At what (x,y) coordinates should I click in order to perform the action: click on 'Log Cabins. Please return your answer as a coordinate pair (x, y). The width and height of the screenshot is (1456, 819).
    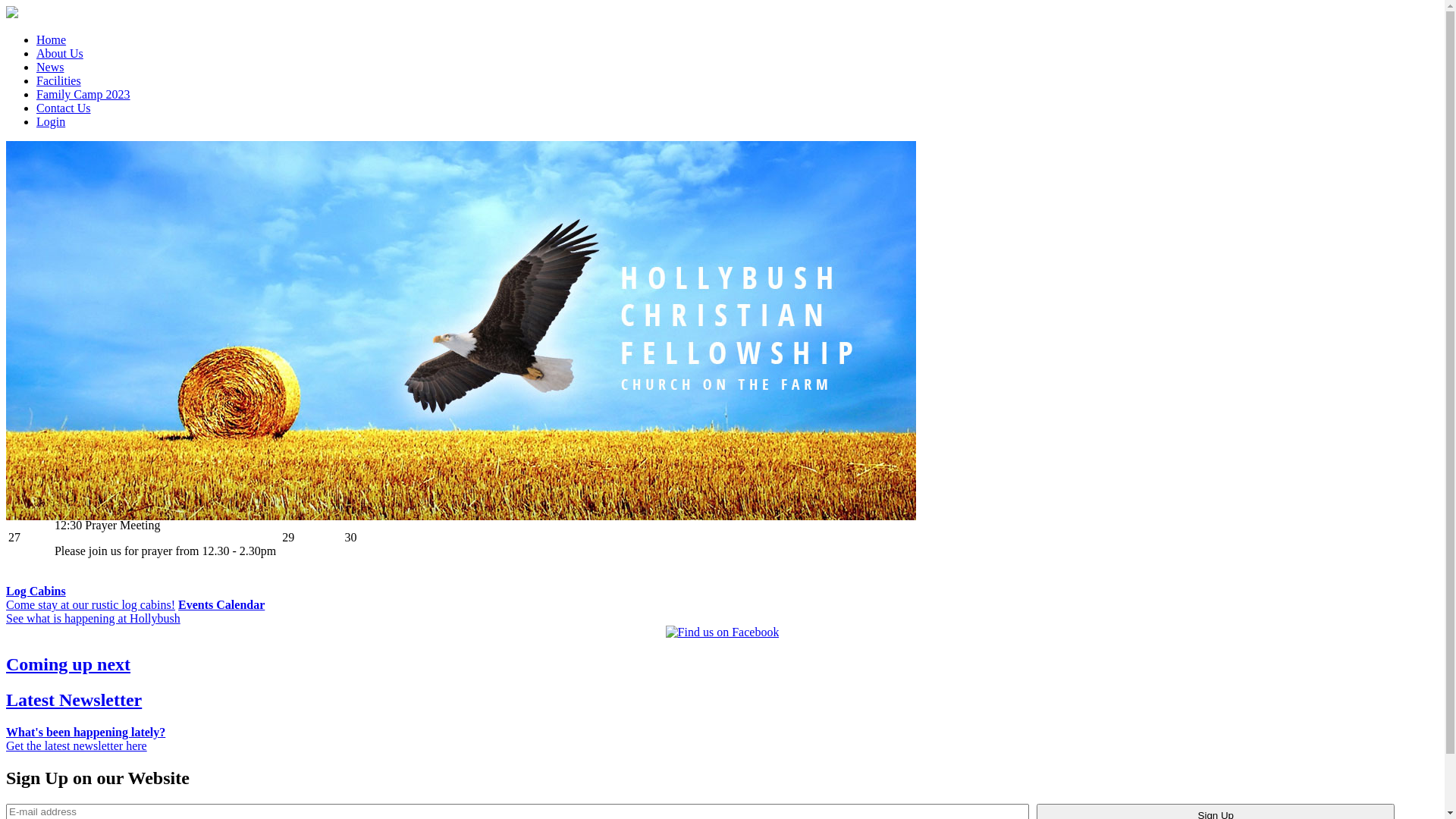
    Looking at the image, I should click on (89, 597).